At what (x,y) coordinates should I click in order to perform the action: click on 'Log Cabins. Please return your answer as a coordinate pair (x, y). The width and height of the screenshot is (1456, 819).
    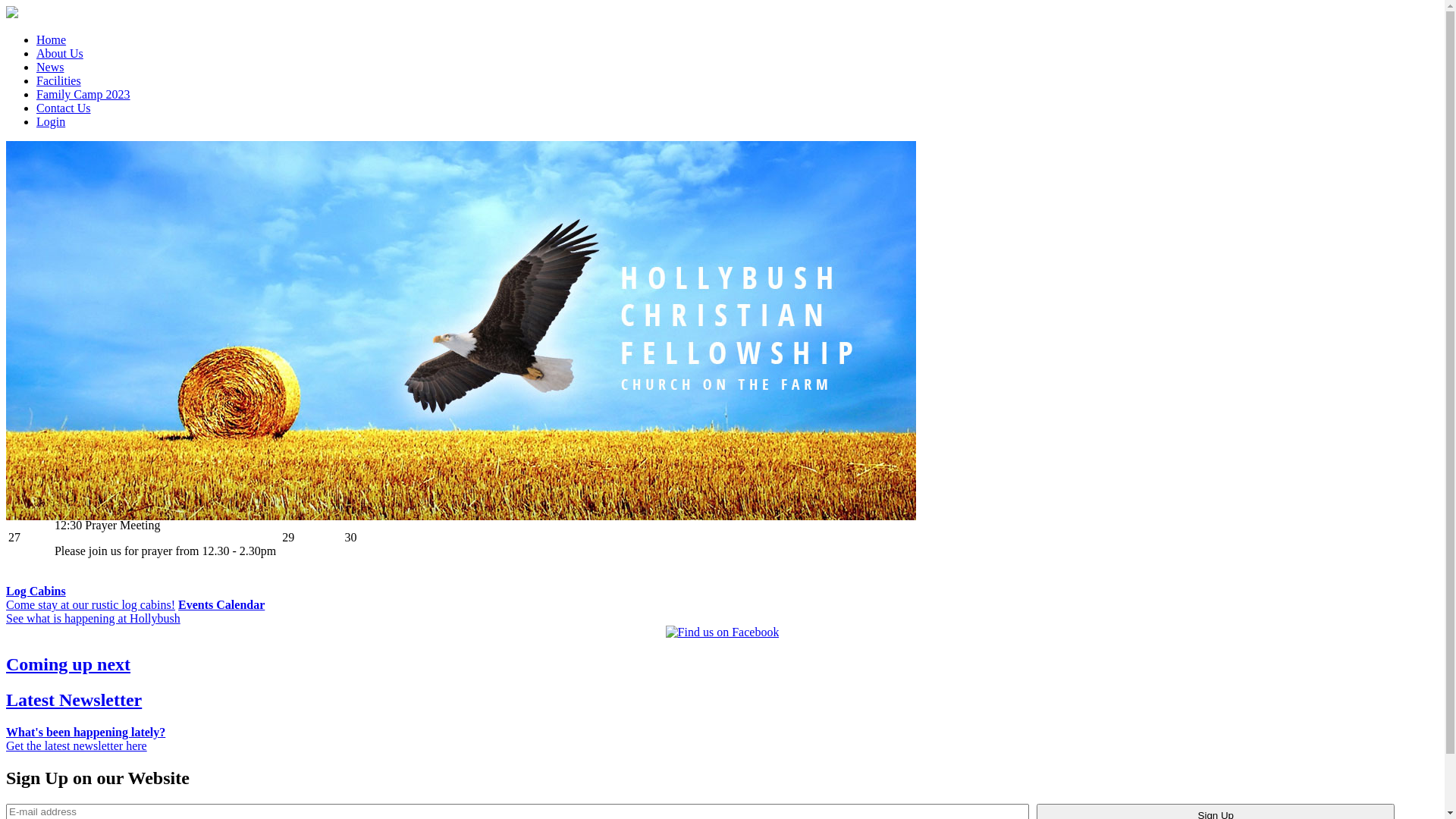
    Looking at the image, I should click on (89, 597).